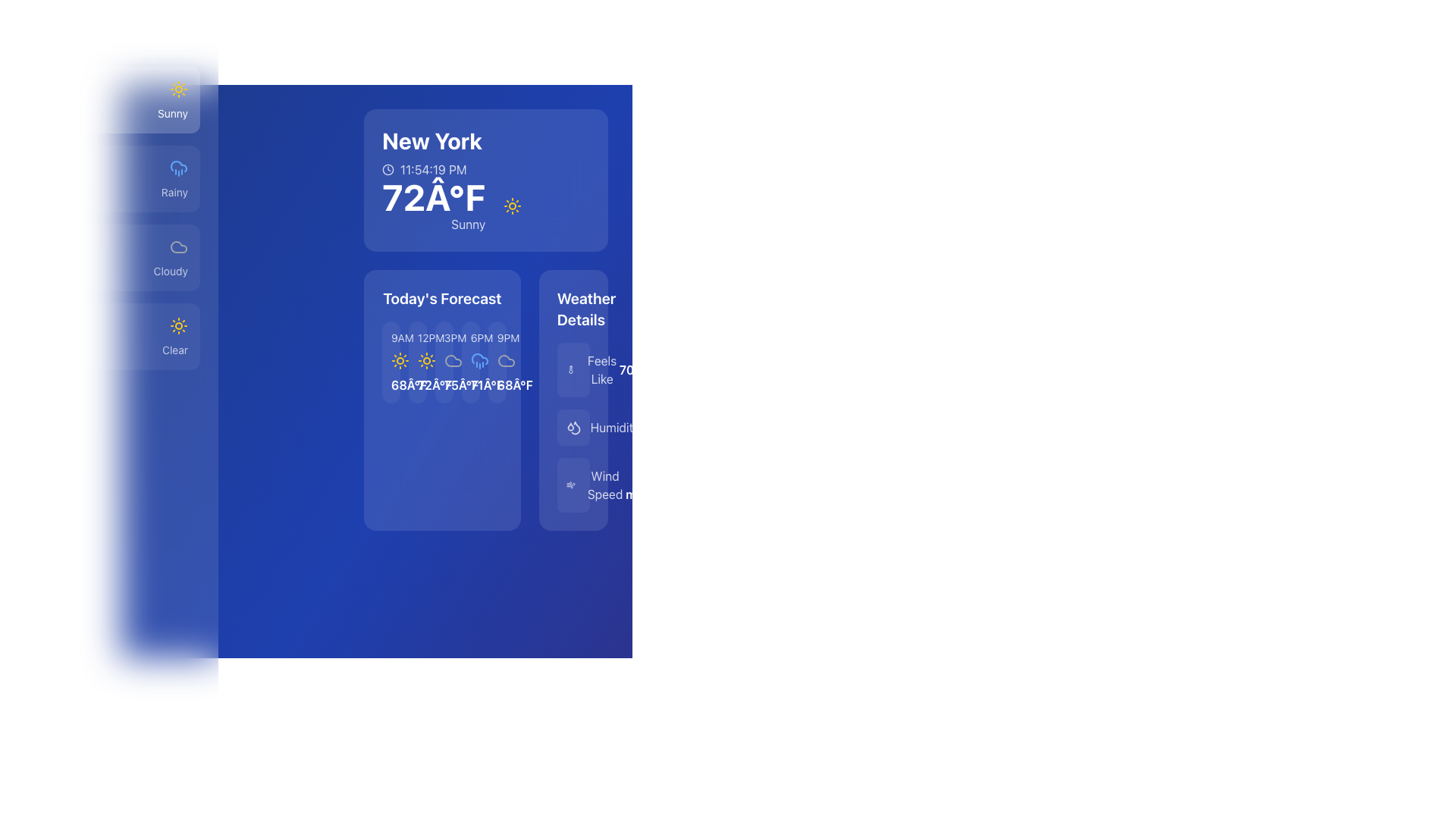 The height and width of the screenshot is (819, 1456). Describe the element at coordinates (497, 362) in the screenshot. I see `the weather information displayed on the Forecast Card for the 9PM forecast, which is located in the last column of the grid layout under 'Today's Forecast'` at that location.